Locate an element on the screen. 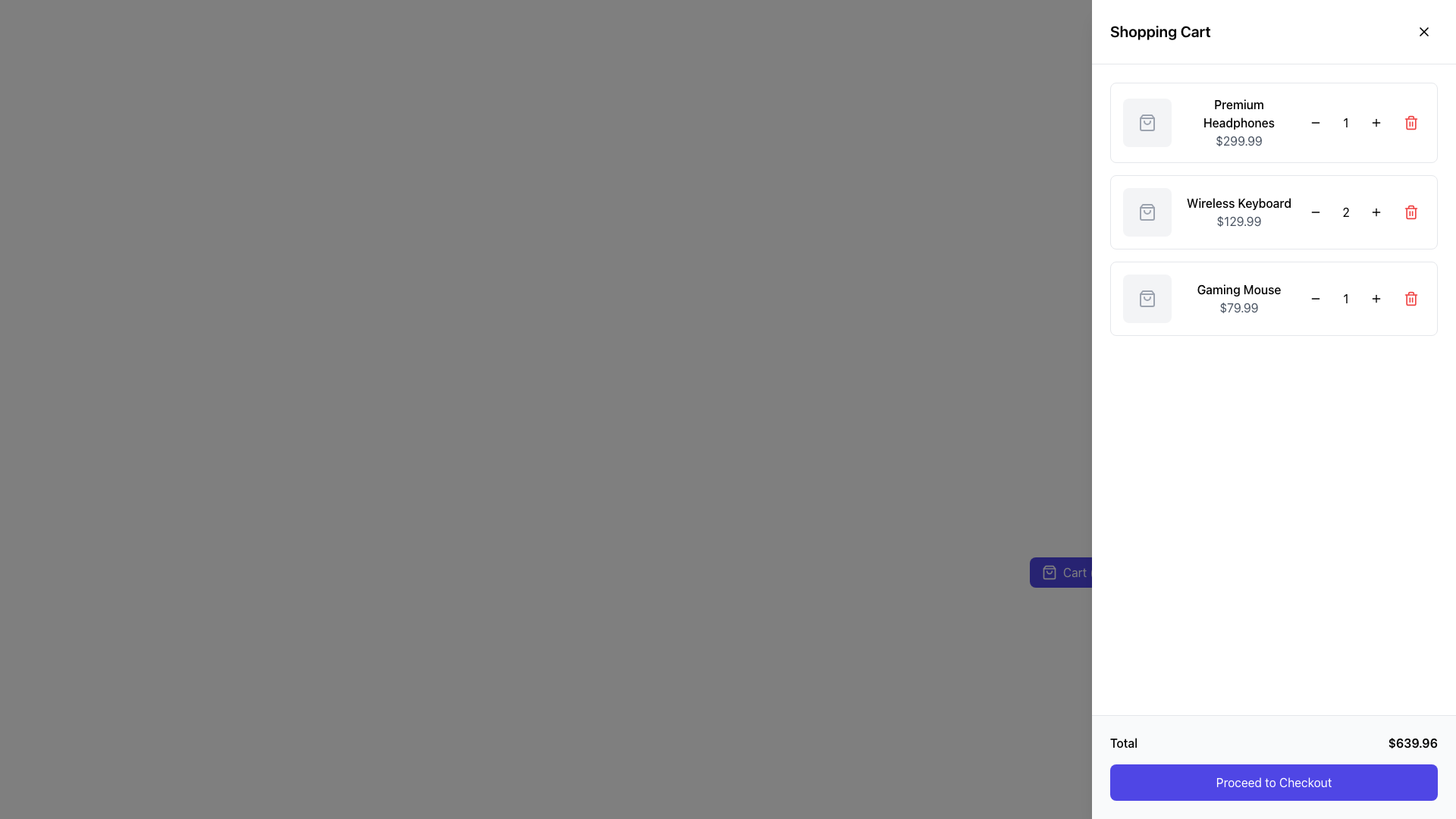  the 'Gaming Mouse' list item in the shopping cart is located at coordinates (1274, 298).